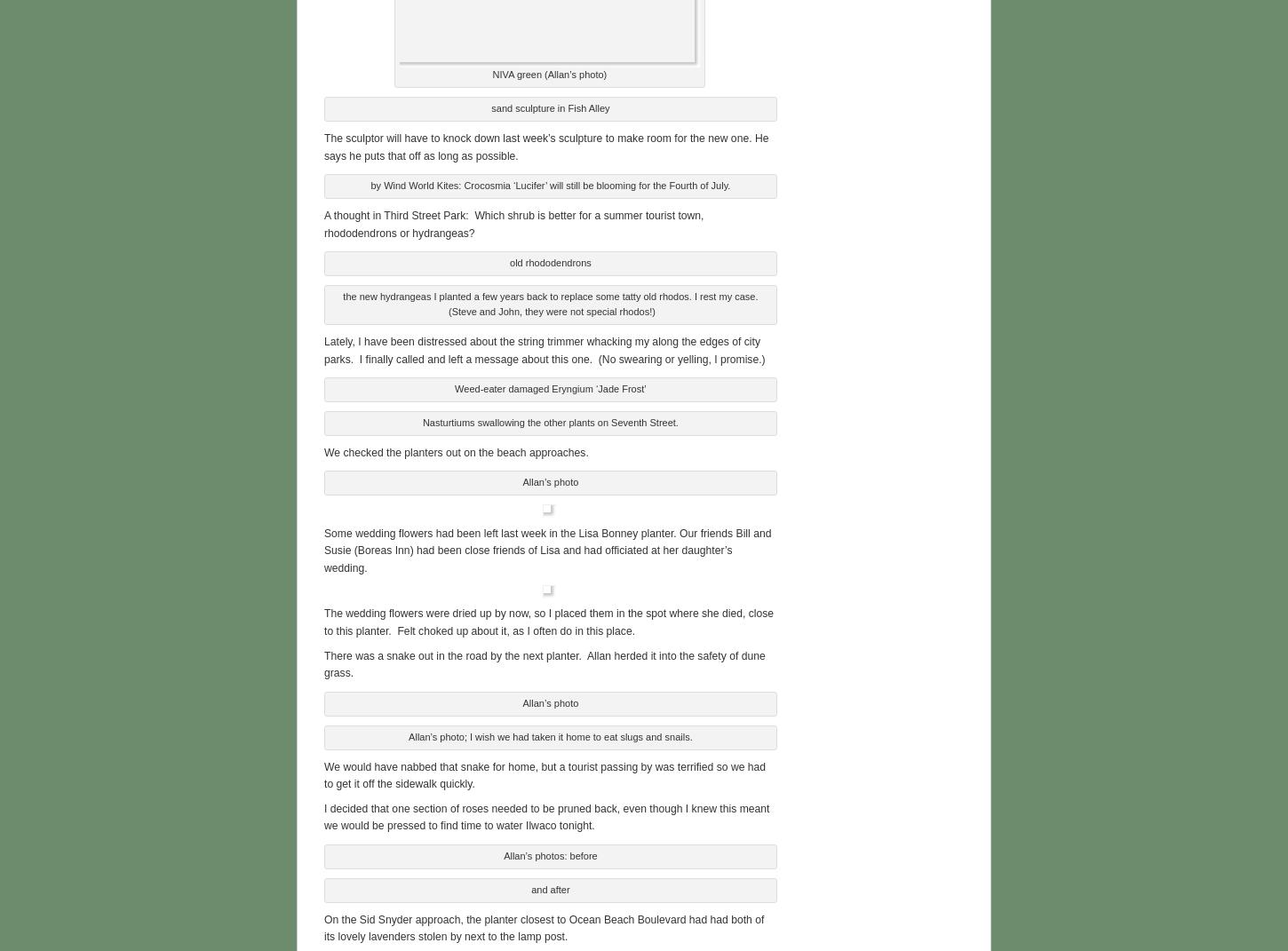 This screenshot has width=1288, height=951. I want to click on 'Allan’s photos: before', so click(503, 852).